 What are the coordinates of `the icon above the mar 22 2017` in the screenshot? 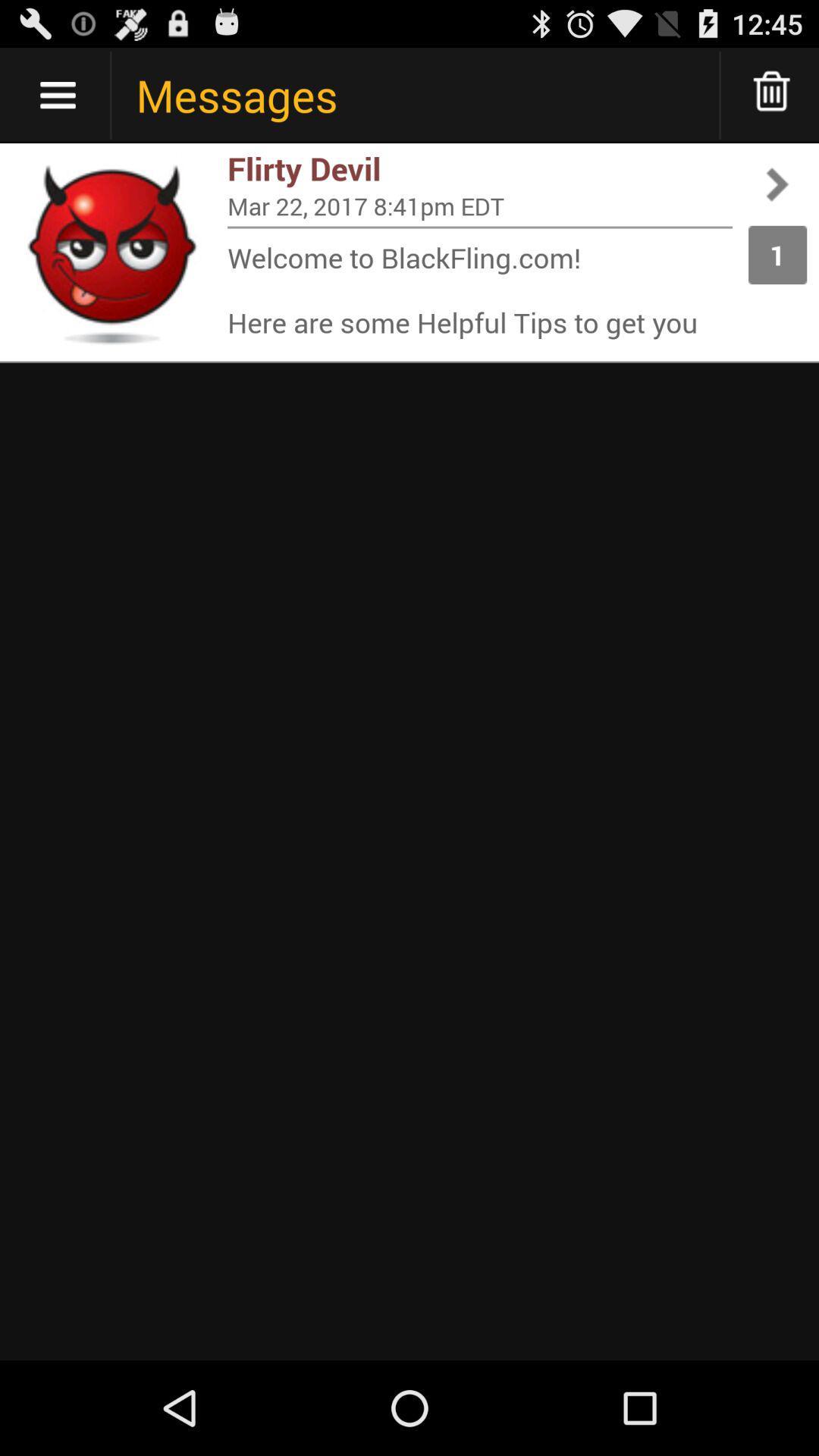 It's located at (479, 168).